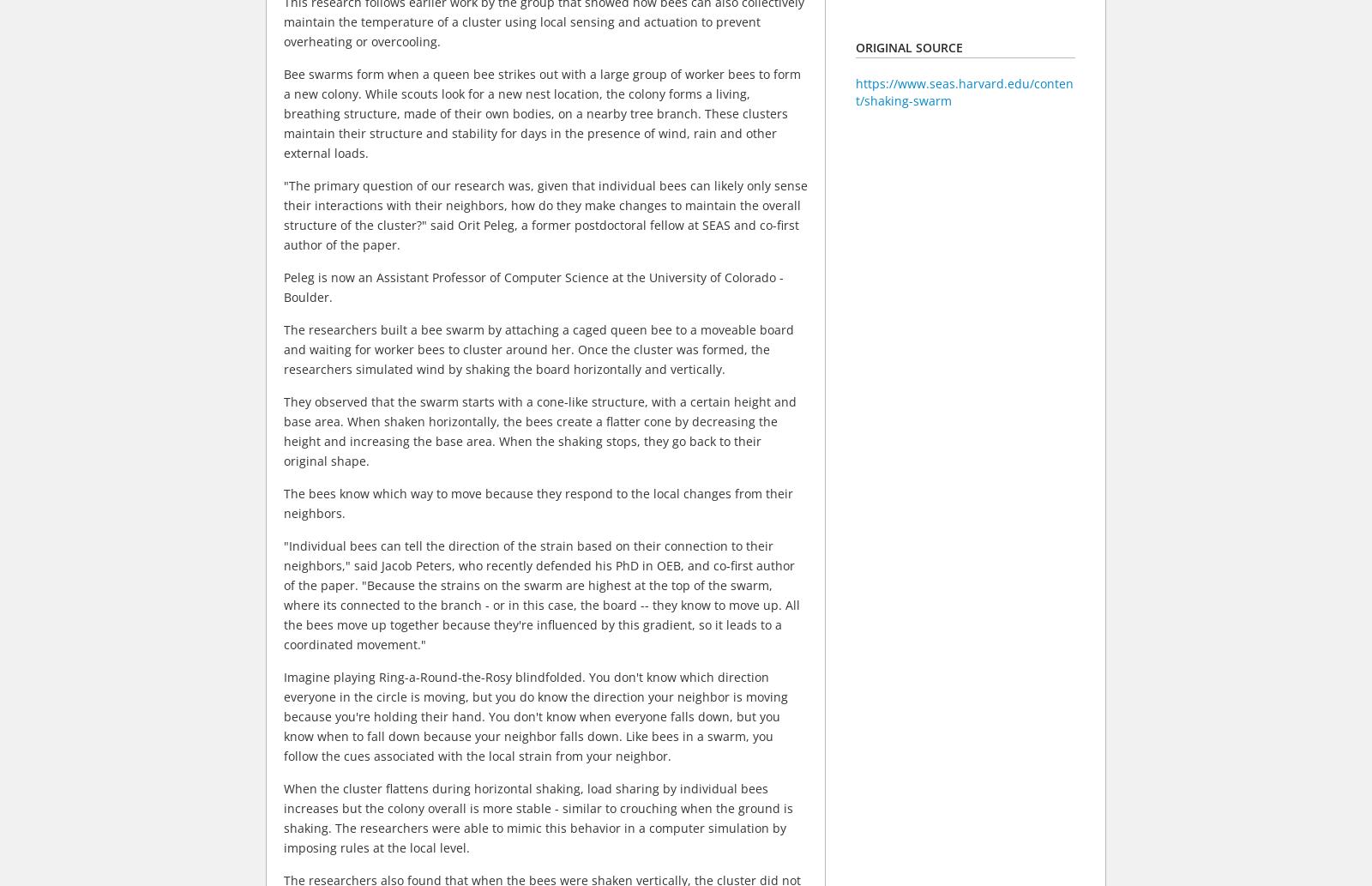 The width and height of the screenshot is (1372, 886). I want to click on 'https://www.seas.harvard.edu/content/shaking-swarm', so click(964, 92).